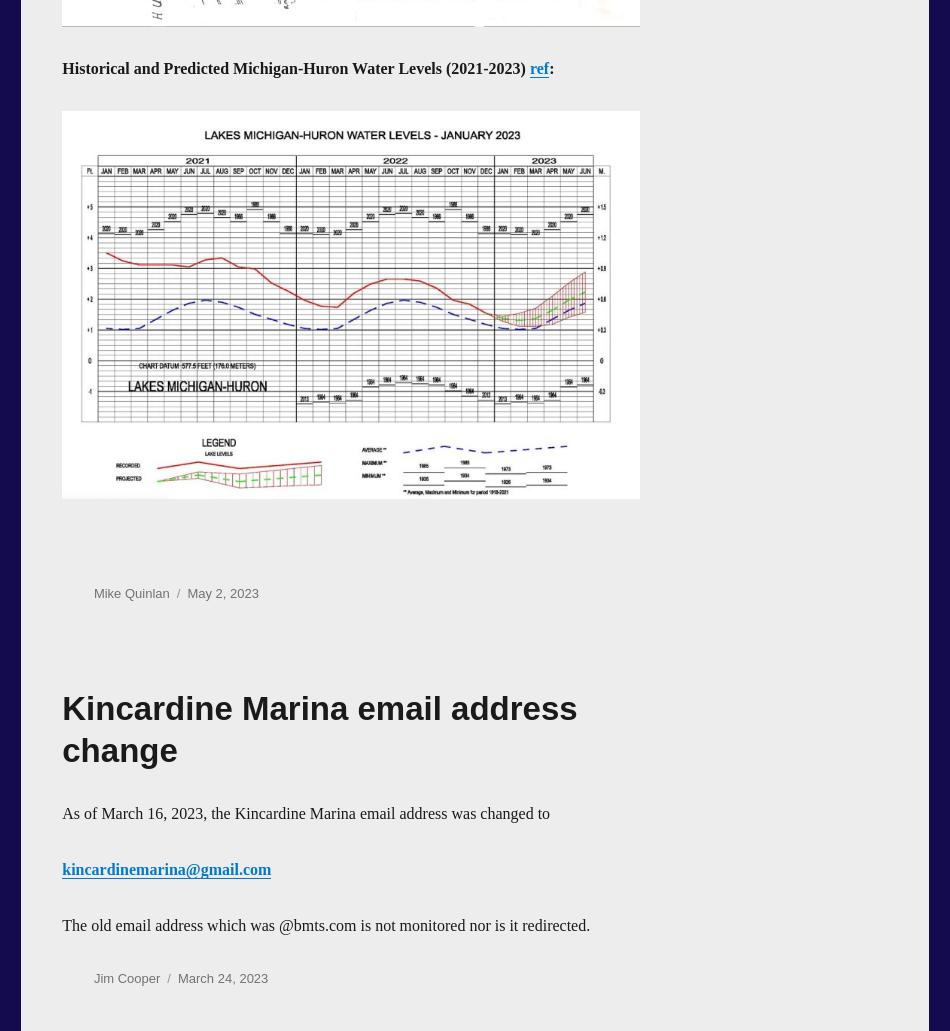 The image size is (950, 1031). Describe the element at coordinates (318, 727) in the screenshot. I see `'Kincardine Marina email address change'` at that location.